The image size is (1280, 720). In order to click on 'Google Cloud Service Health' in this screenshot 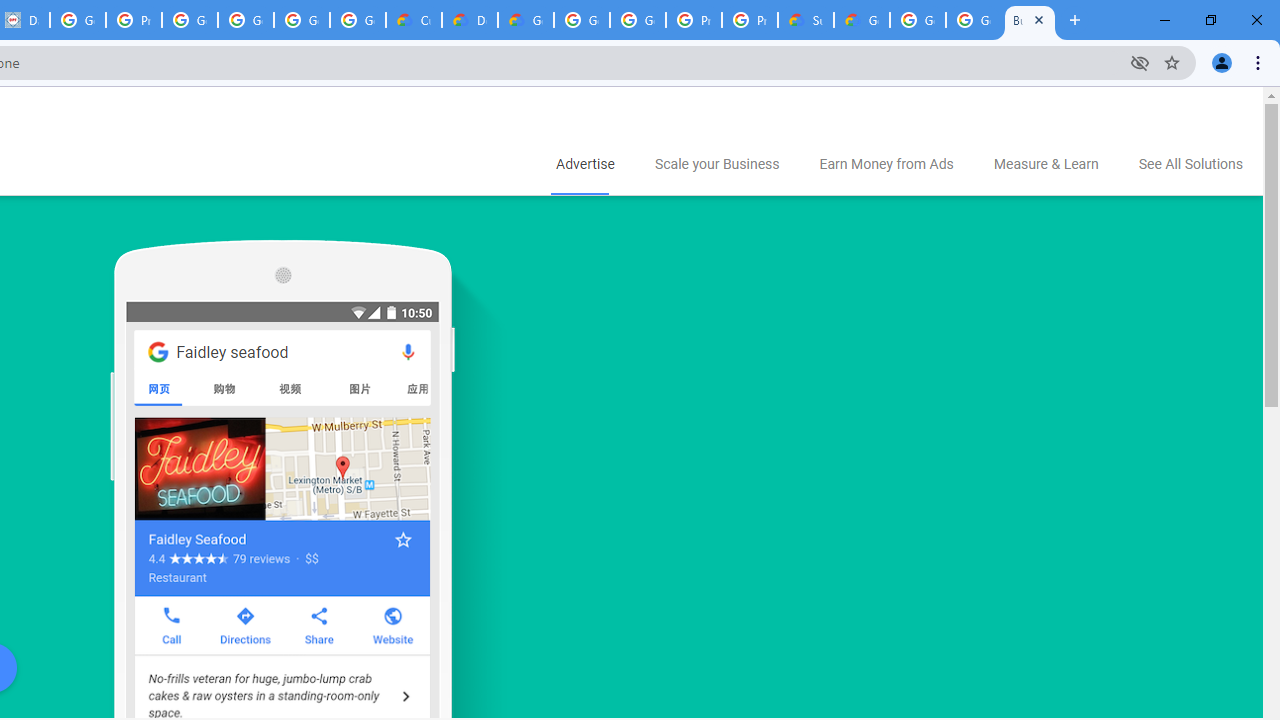, I will do `click(862, 20)`.